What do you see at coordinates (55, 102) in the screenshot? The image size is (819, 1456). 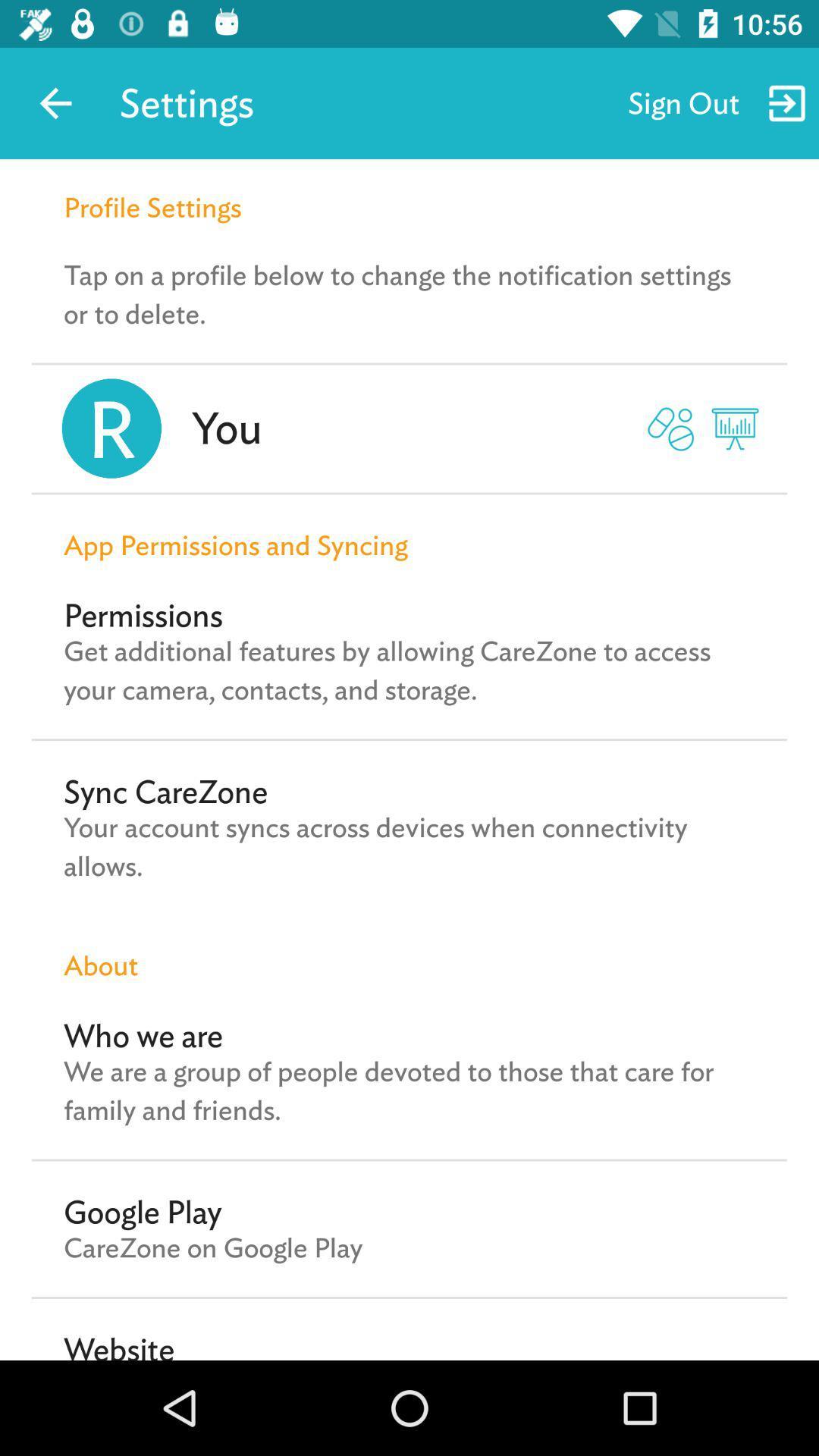 I see `the app to the left of settings icon` at bounding box center [55, 102].